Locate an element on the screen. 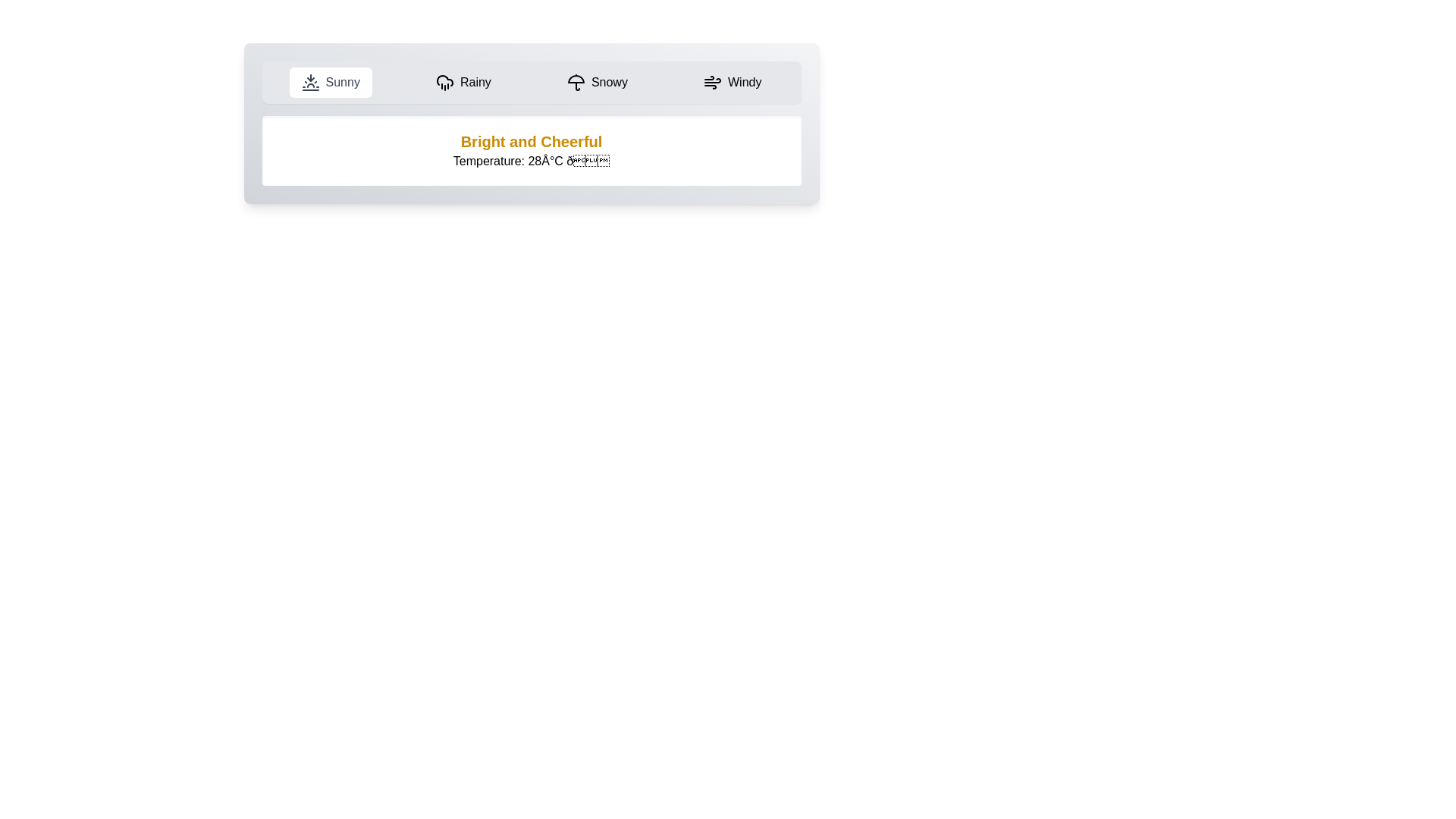 The height and width of the screenshot is (819, 1456). the Windy weather tab is located at coordinates (732, 82).